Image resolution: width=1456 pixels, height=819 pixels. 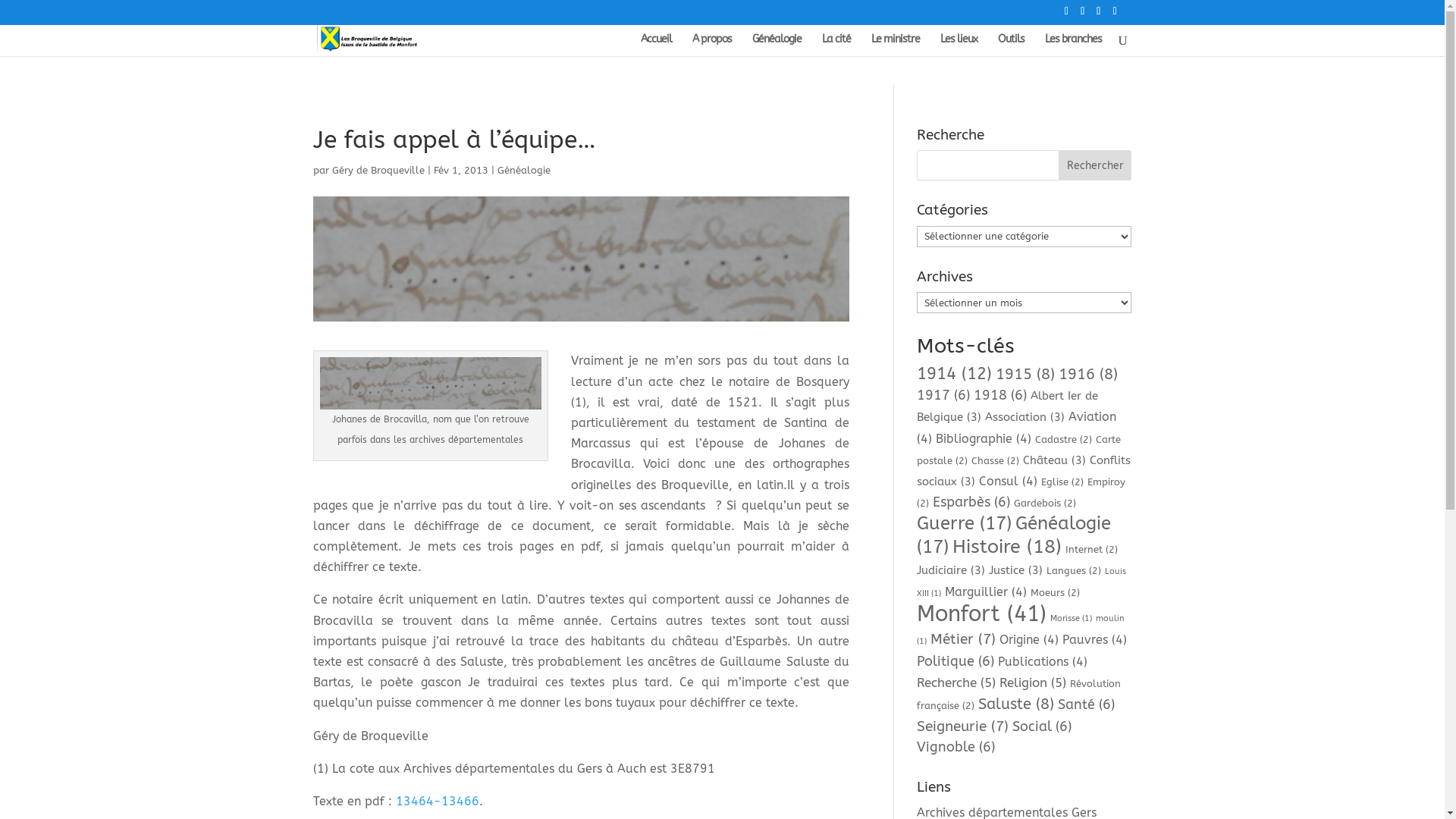 What do you see at coordinates (955, 682) in the screenshot?
I see `'Recherche (5)'` at bounding box center [955, 682].